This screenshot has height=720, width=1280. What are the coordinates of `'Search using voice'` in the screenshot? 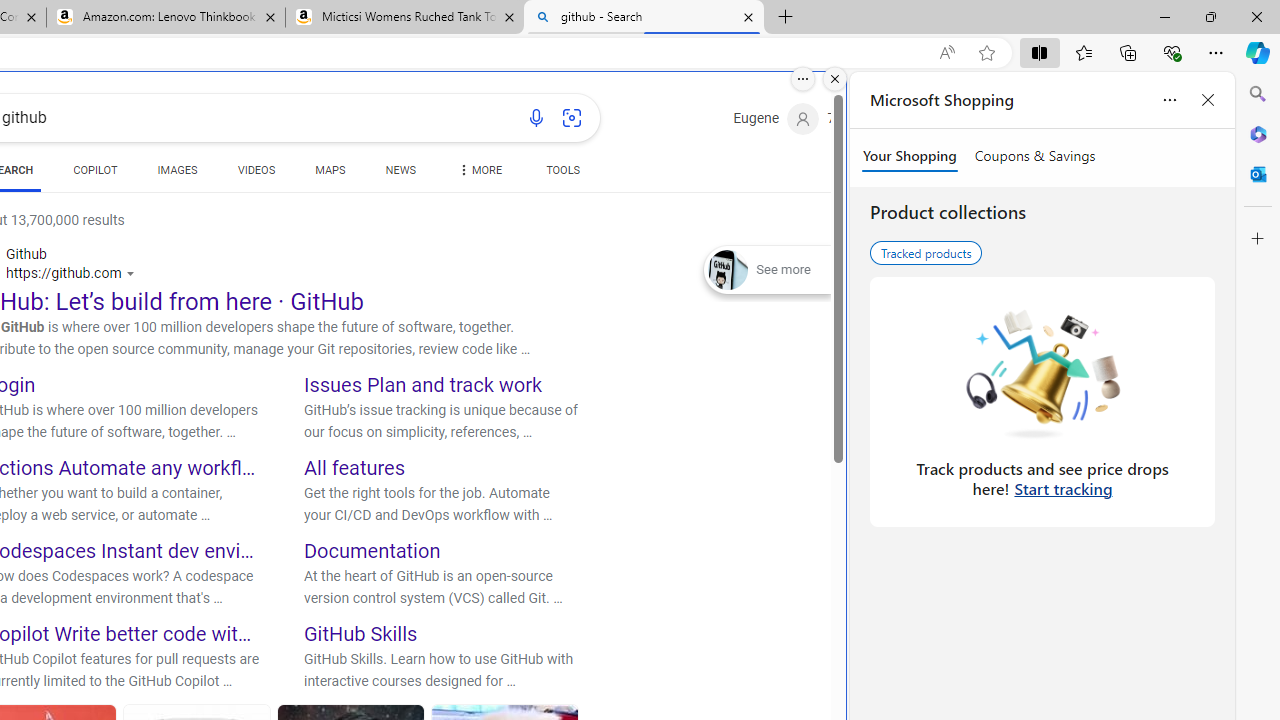 It's located at (536, 118).